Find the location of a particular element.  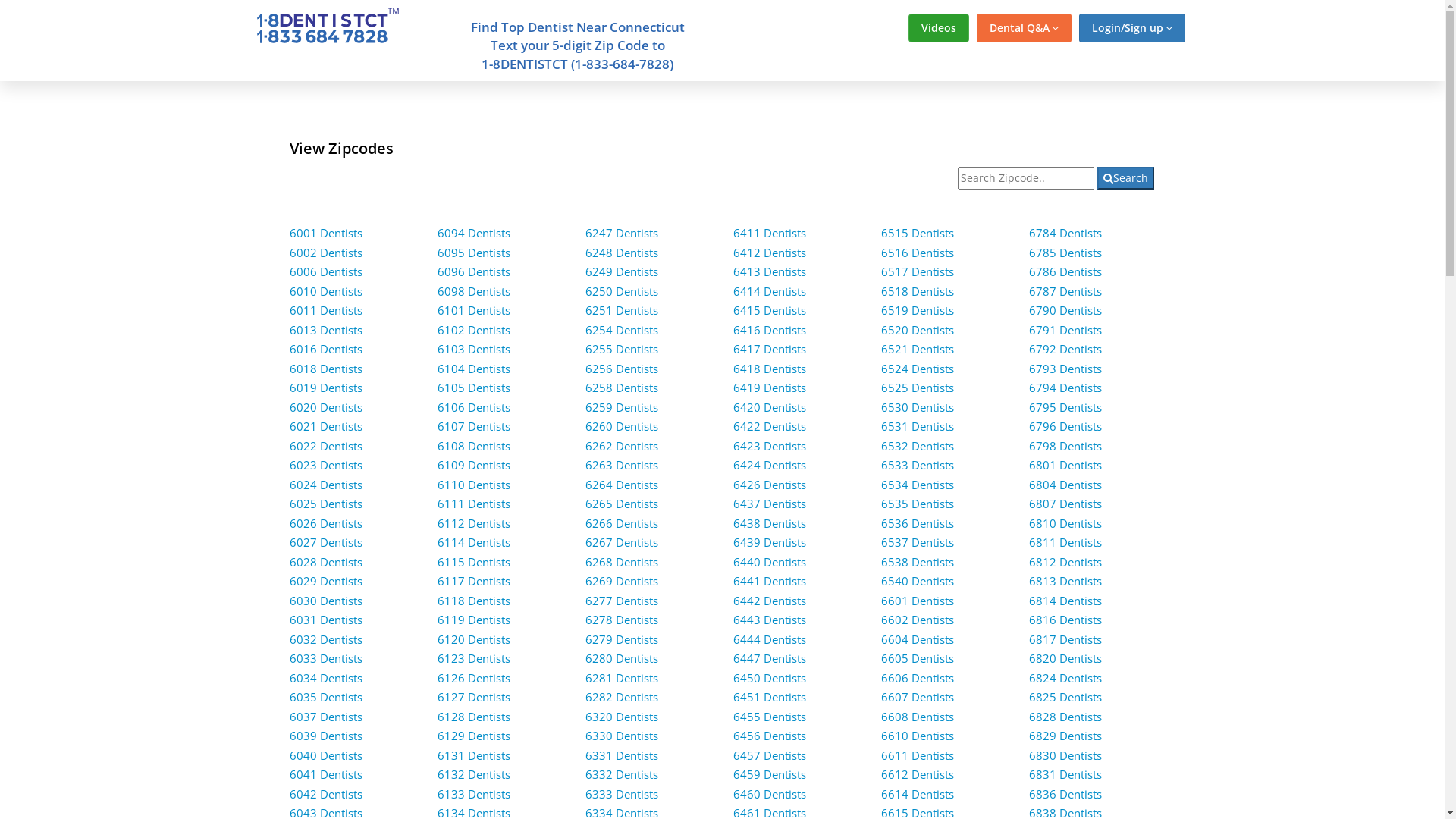

'6534 Dentists' is located at coordinates (916, 485).